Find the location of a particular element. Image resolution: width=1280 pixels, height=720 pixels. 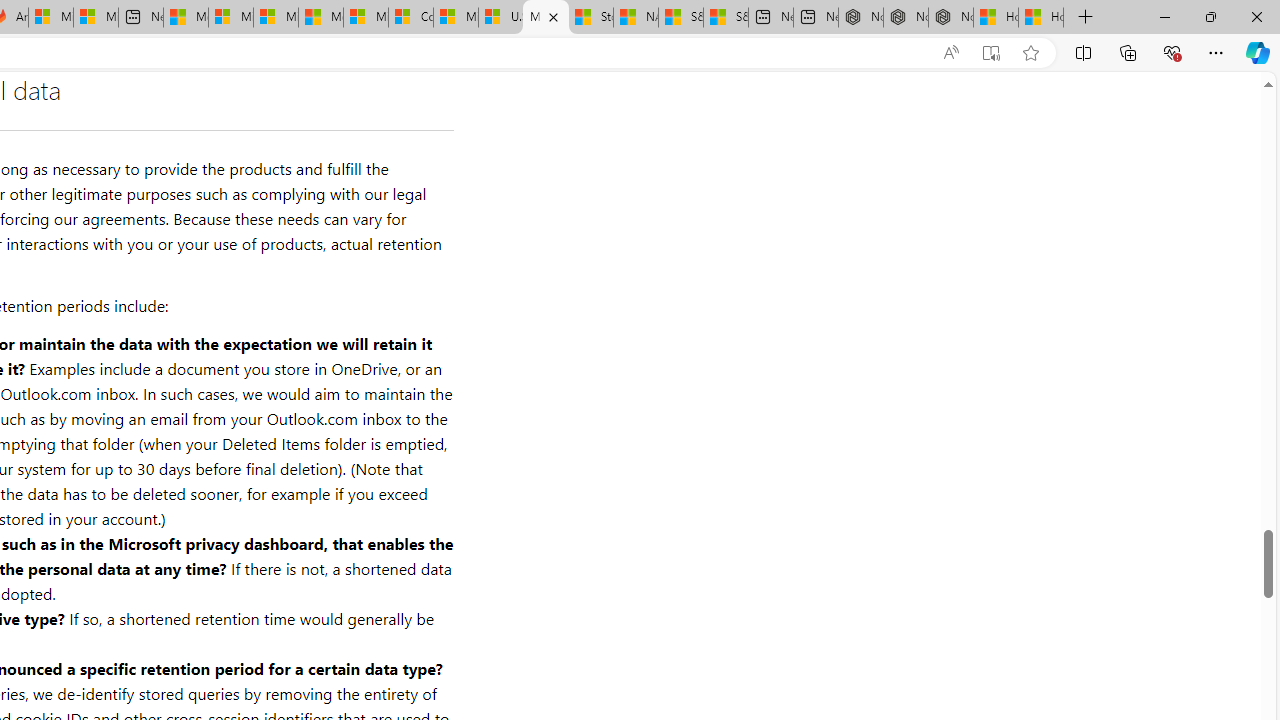

'Microsoft account | Home' is located at coordinates (274, 17).